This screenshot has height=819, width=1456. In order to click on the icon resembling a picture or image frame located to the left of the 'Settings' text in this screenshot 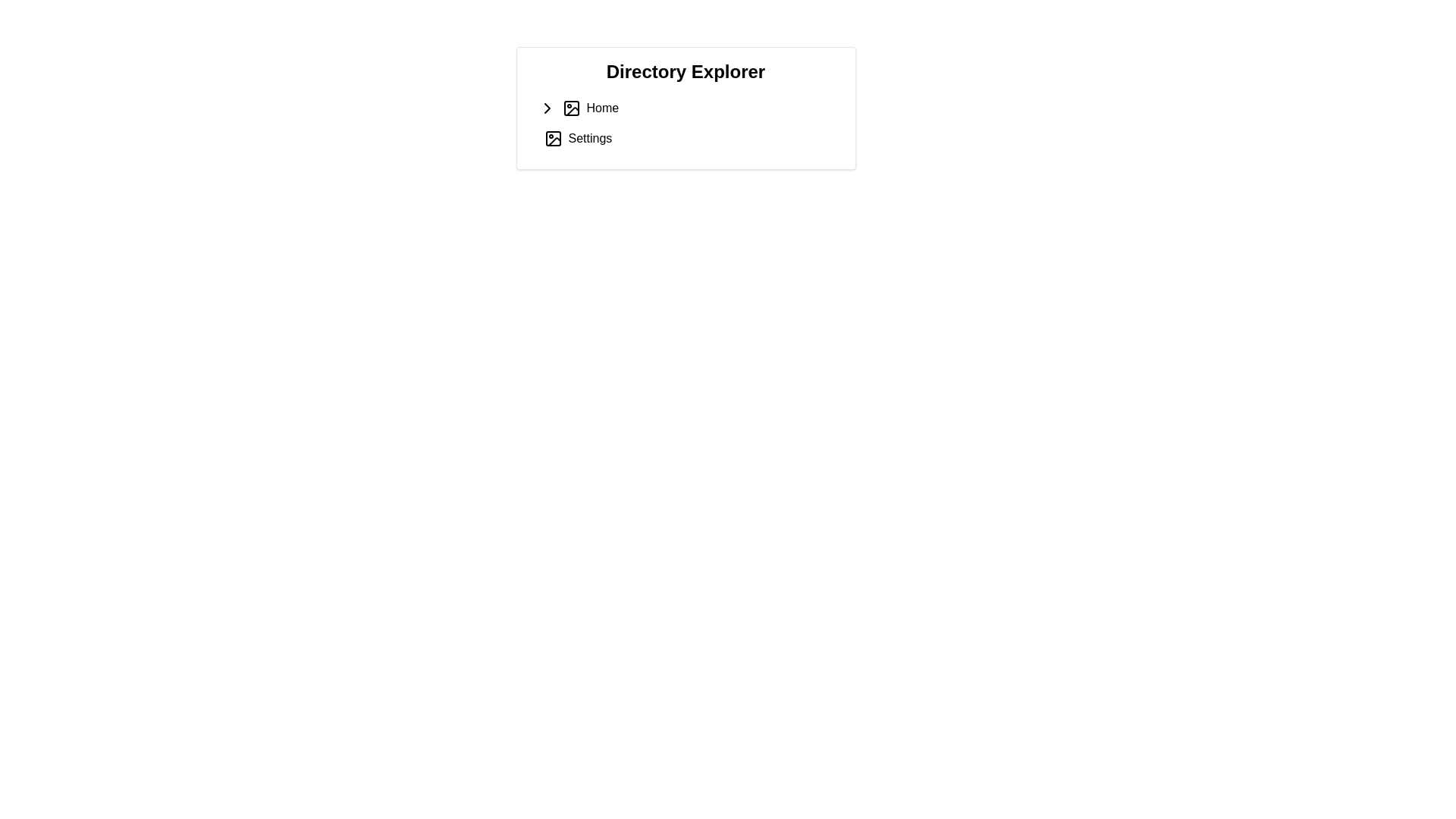, I will do `click(552, 138)`.